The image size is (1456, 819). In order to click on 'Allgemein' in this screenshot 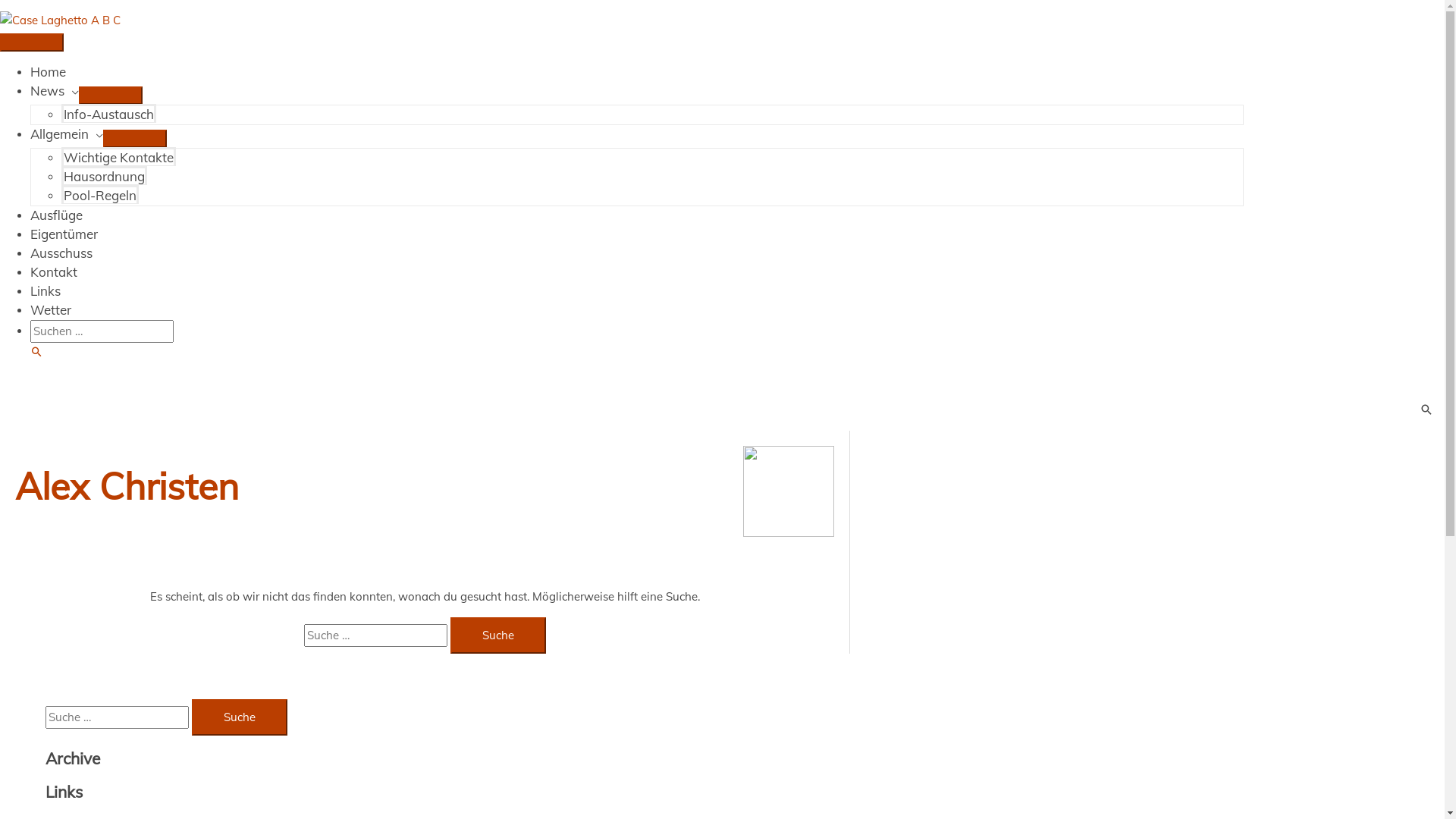, I will do `click(65, 133)`.